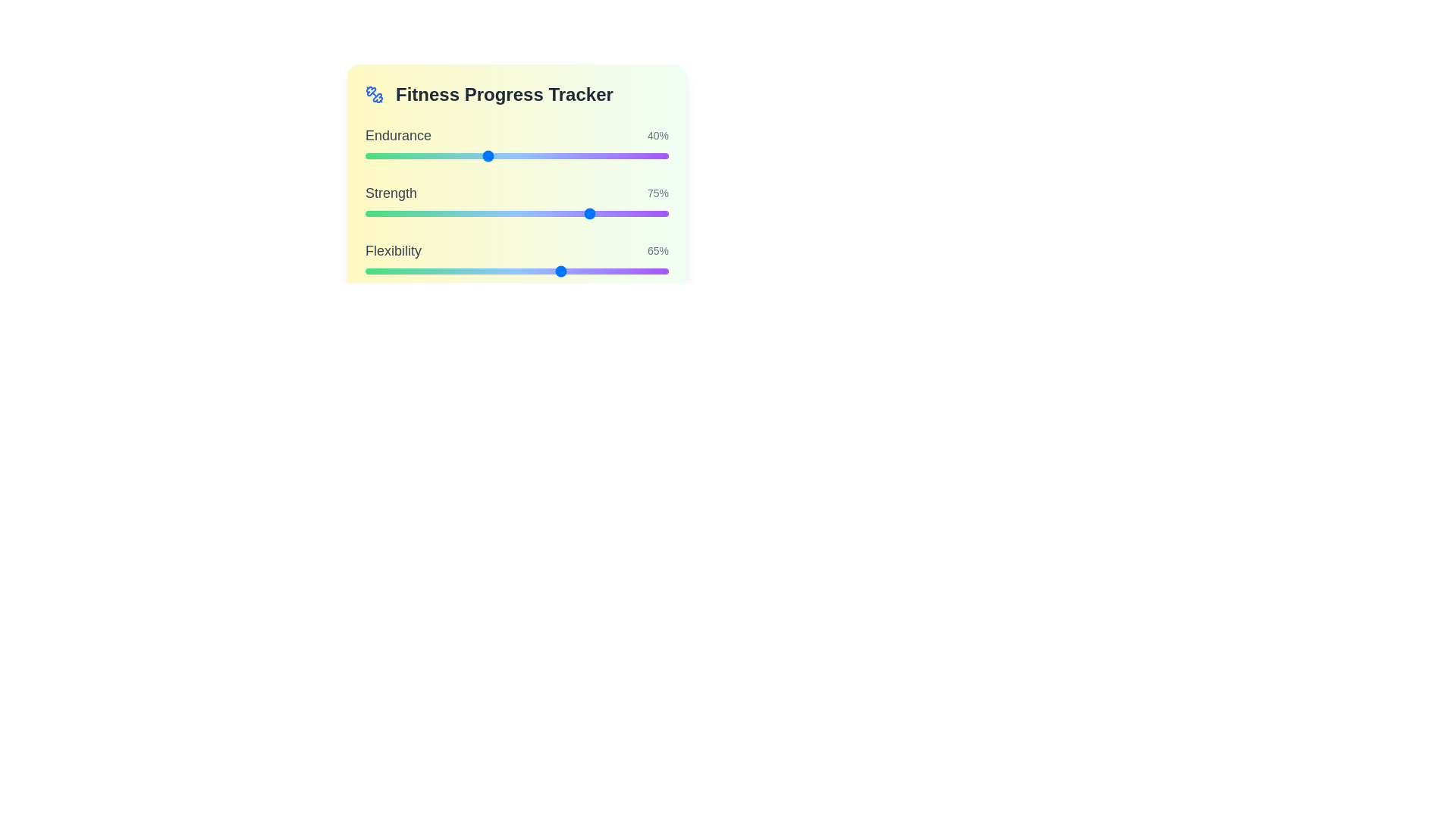  What do you see at coordinates (381, 213) in the screenshot?
I see `the slider value` at bounding box center [381, 213].